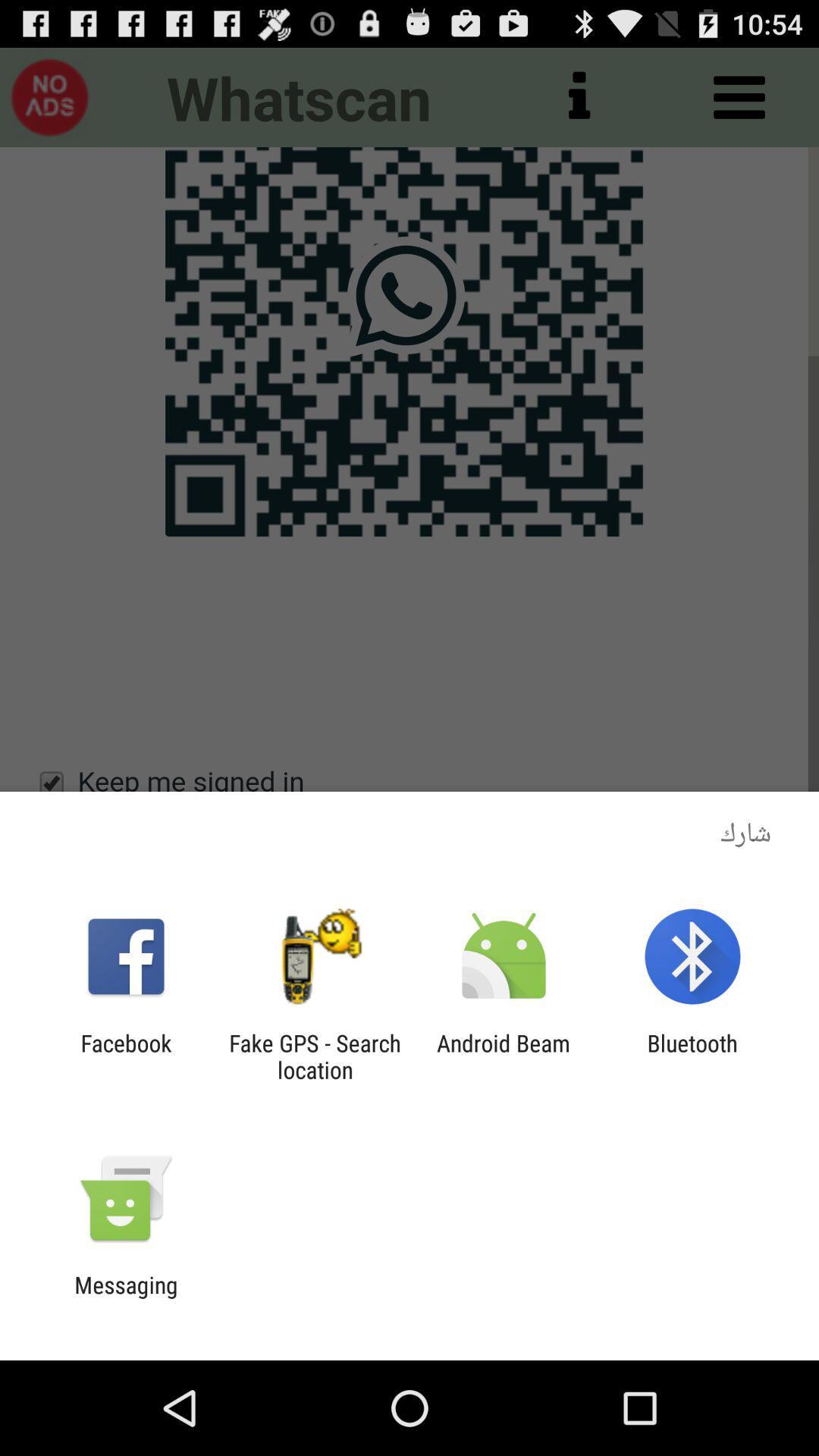 This screenshot has height=1456, width=819. What do you see at coordinates (504, 1056) in the screenshot?
I see `app next to the fake gps search` at bounding box center [504, 1056].